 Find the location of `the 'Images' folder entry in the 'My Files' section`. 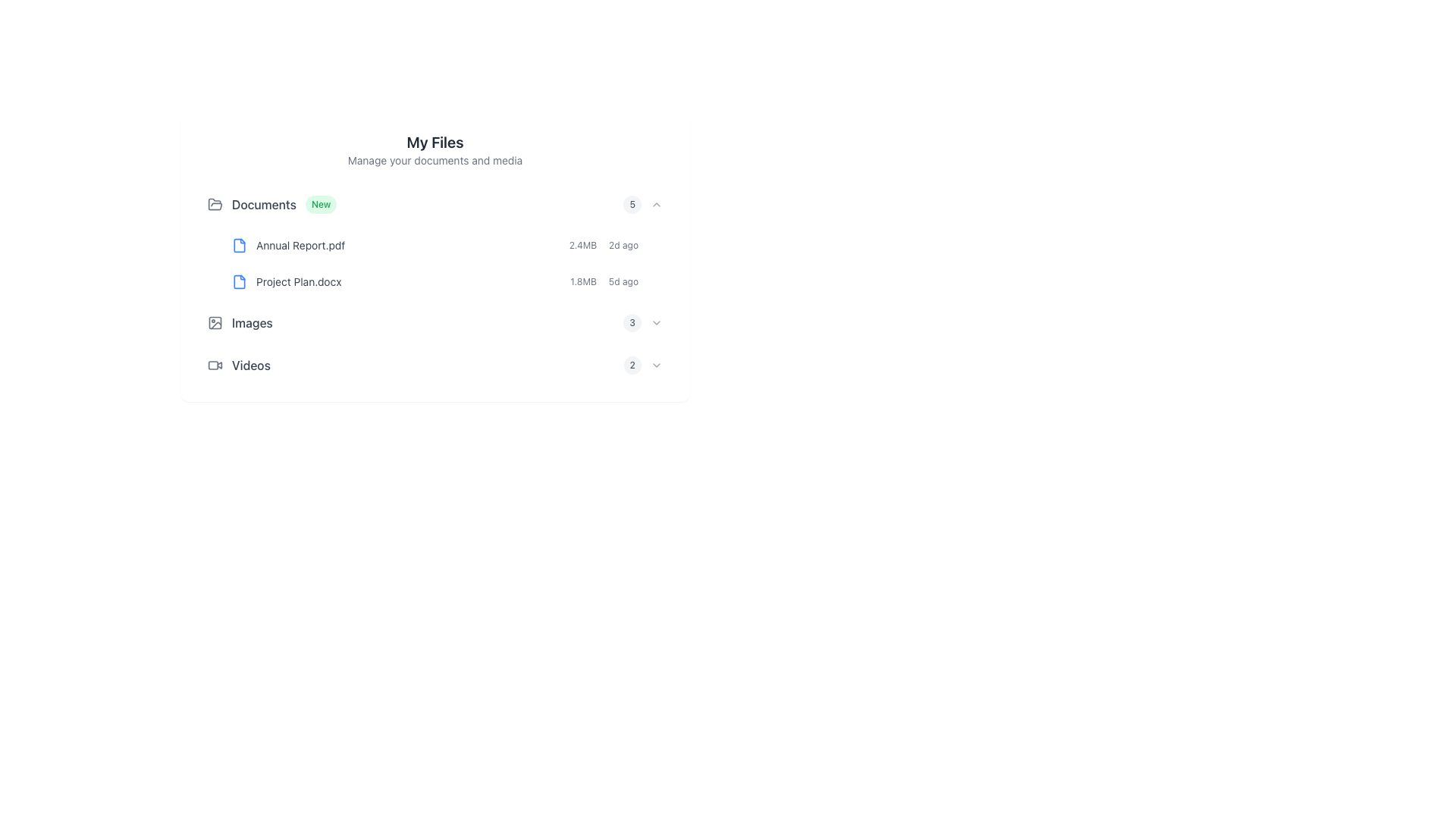

the 'Images' folder entry in the 'My Files' section is located at coordinates (435, 322).